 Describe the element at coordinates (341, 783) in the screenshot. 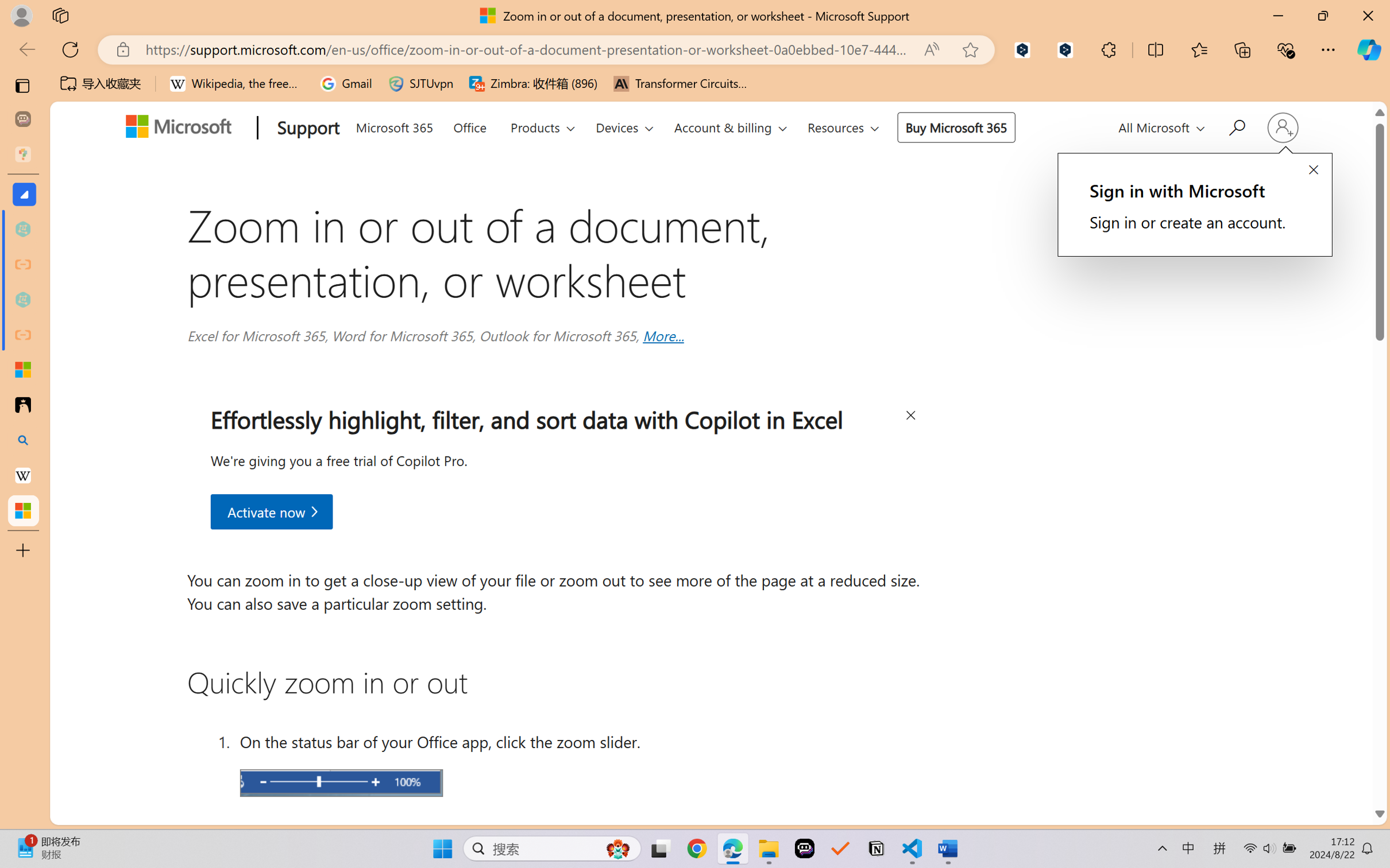

I see `'Zoom slider'` at that location.